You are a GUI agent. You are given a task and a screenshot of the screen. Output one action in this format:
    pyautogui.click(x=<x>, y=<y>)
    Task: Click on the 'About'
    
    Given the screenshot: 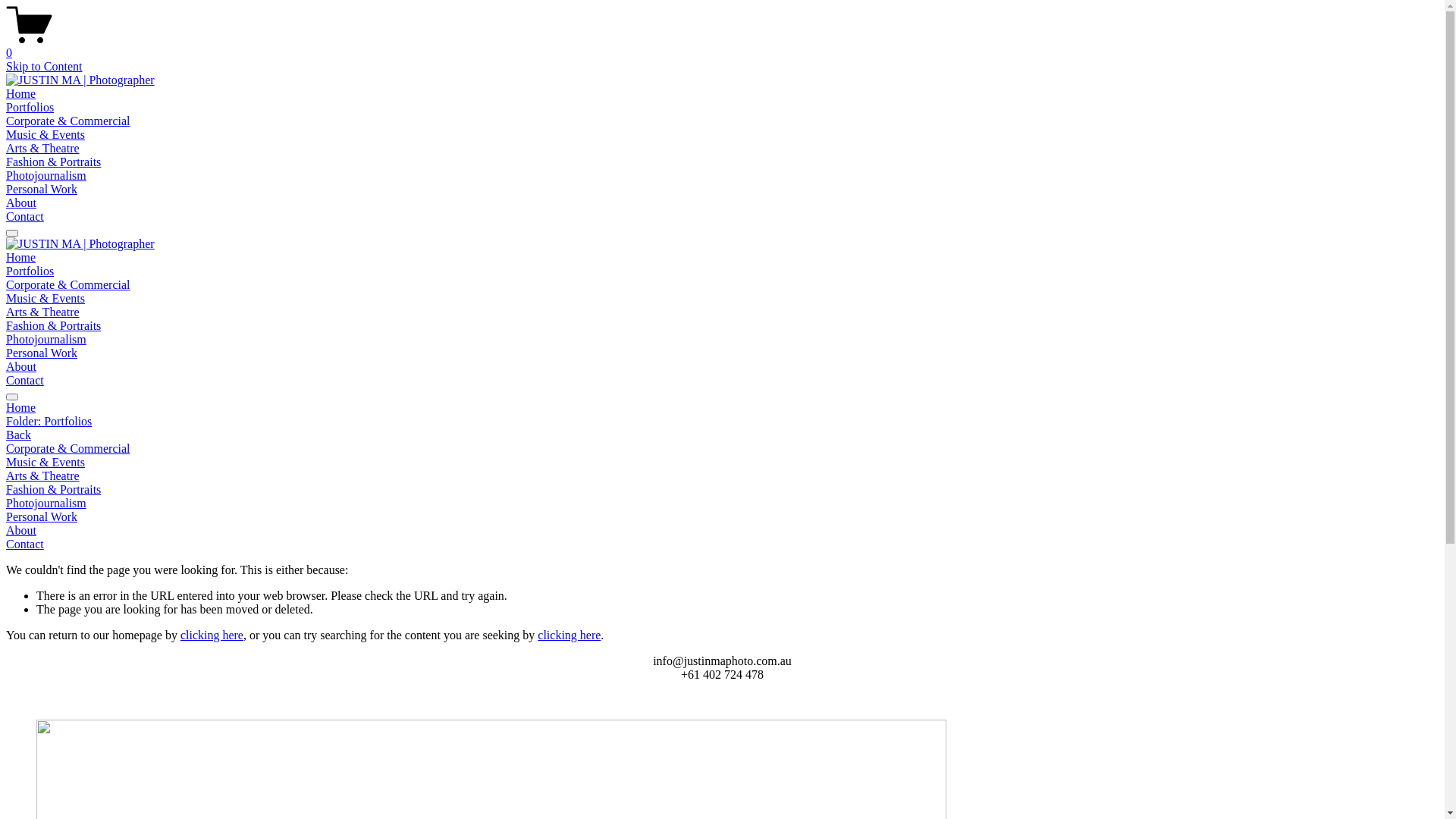 What is the action you would take?
    pyautogui.click(x=21, y=202)
    